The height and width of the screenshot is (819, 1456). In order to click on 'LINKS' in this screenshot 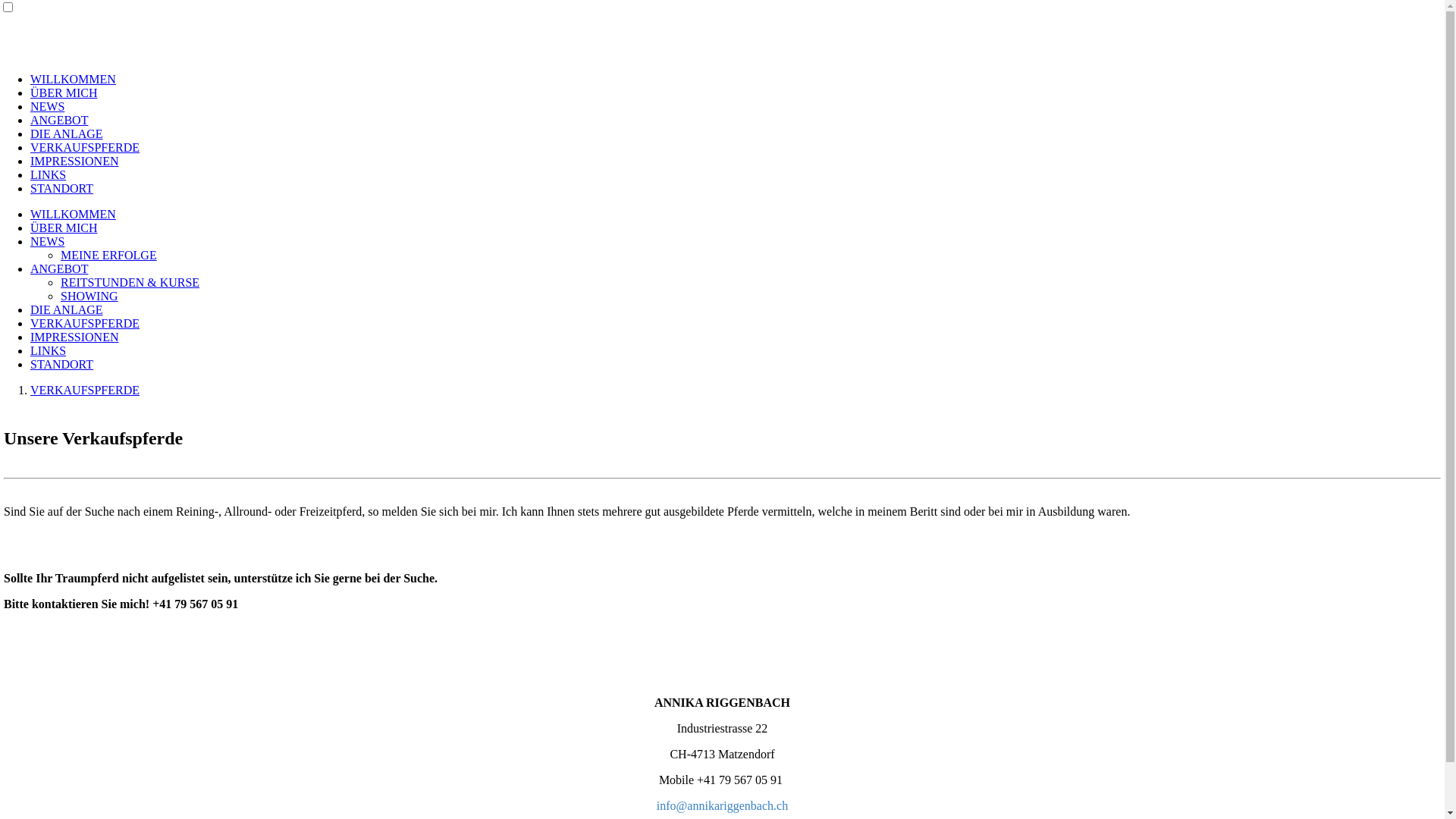, I will do `click(48, 174)`.